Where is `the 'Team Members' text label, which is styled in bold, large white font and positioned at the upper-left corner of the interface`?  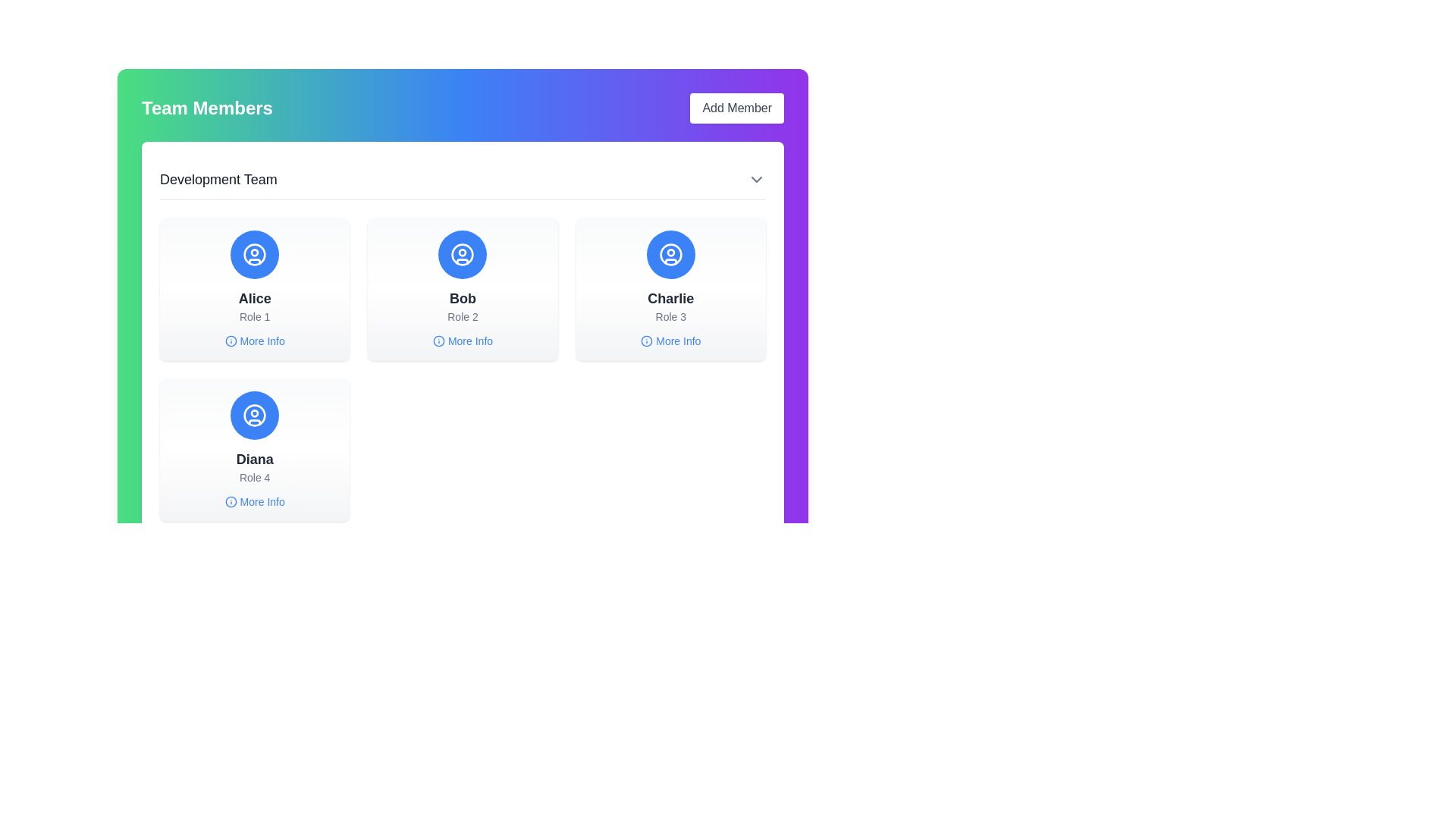
the 'Team Members' text label, which is styled in bold, large white font and positioned at the upper-left corner of the interface is located at coordinates (206, 107).